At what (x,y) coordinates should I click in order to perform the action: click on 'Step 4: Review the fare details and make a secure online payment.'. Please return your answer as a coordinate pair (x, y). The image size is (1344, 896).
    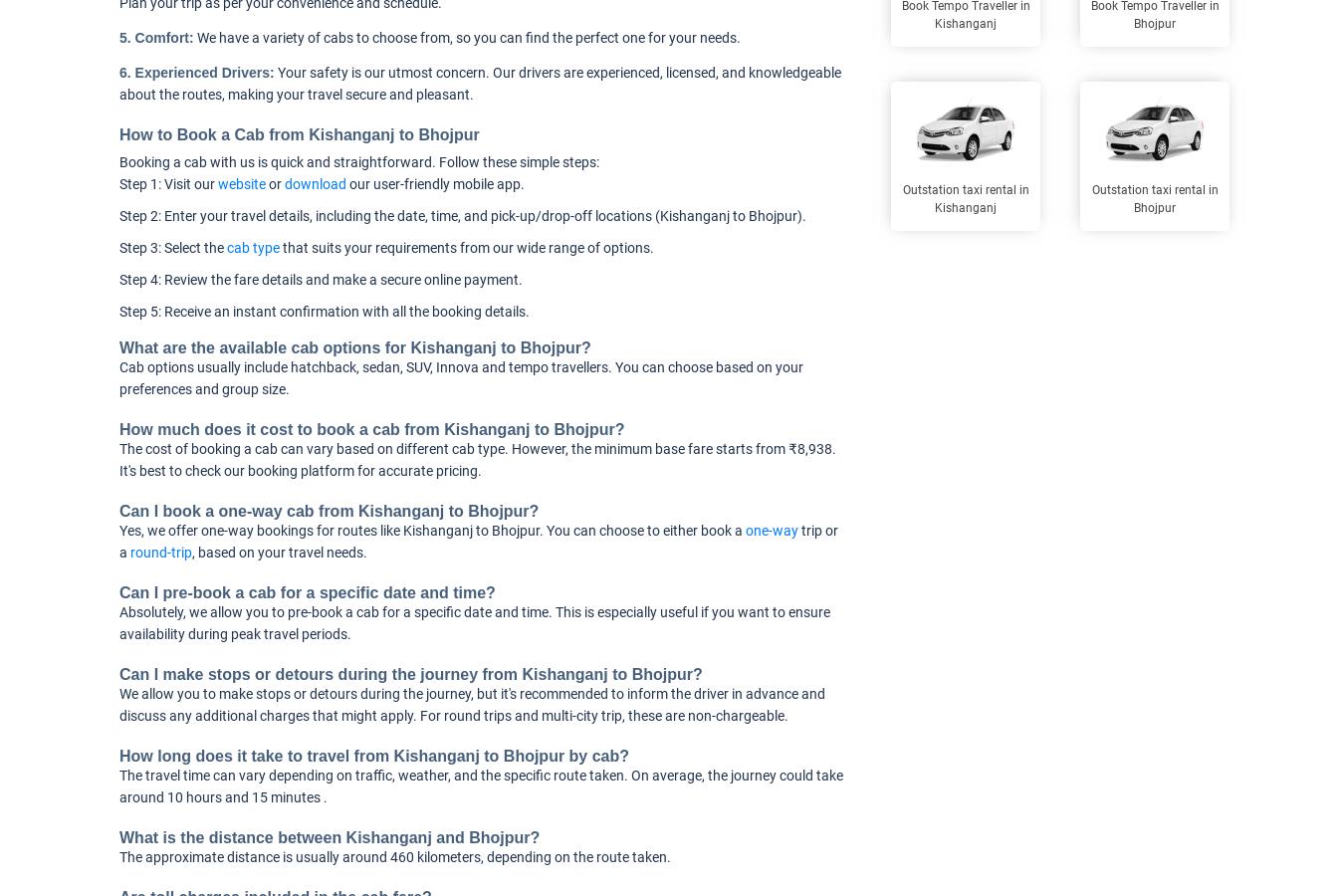
    Looking at the image, I should click on (119, 279).